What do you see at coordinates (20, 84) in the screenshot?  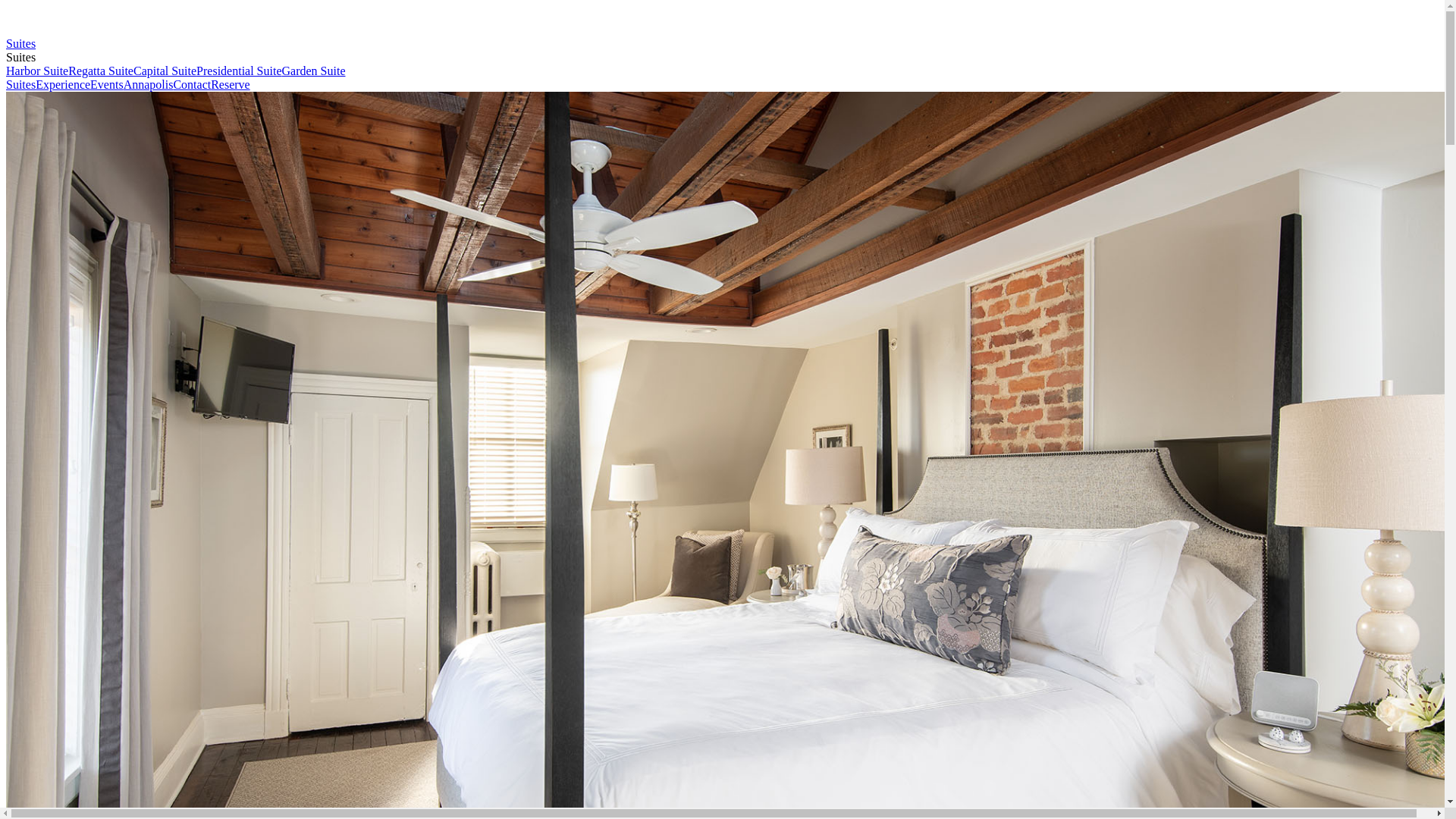 I see `'Suites'` at bounding box center [20, 84].